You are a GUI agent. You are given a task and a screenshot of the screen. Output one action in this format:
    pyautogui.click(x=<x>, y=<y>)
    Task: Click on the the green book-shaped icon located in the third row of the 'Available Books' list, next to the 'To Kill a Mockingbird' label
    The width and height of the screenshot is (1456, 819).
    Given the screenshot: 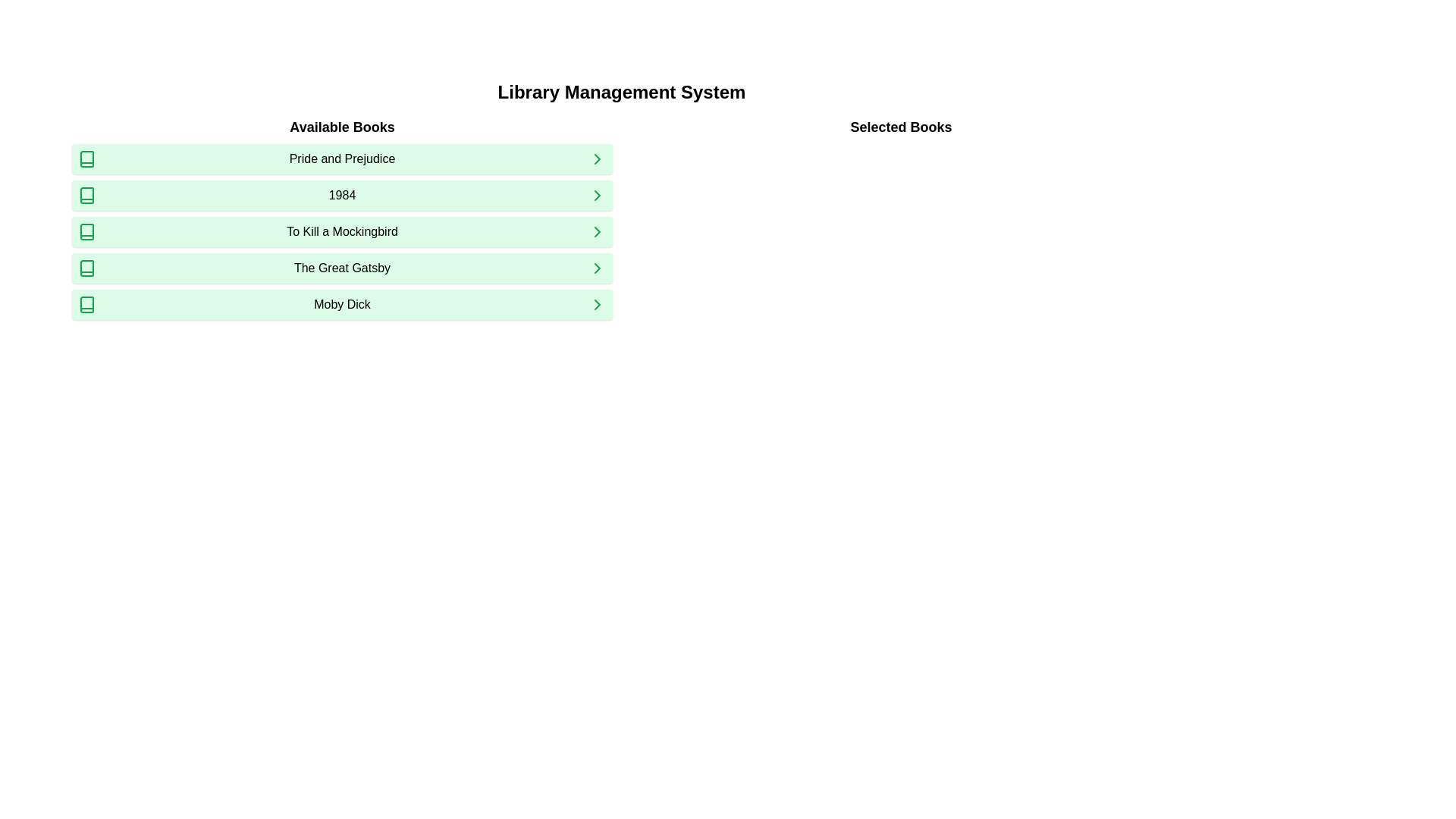 What is the action you would take?
    pyautogui.click(x=86, y=231)
    